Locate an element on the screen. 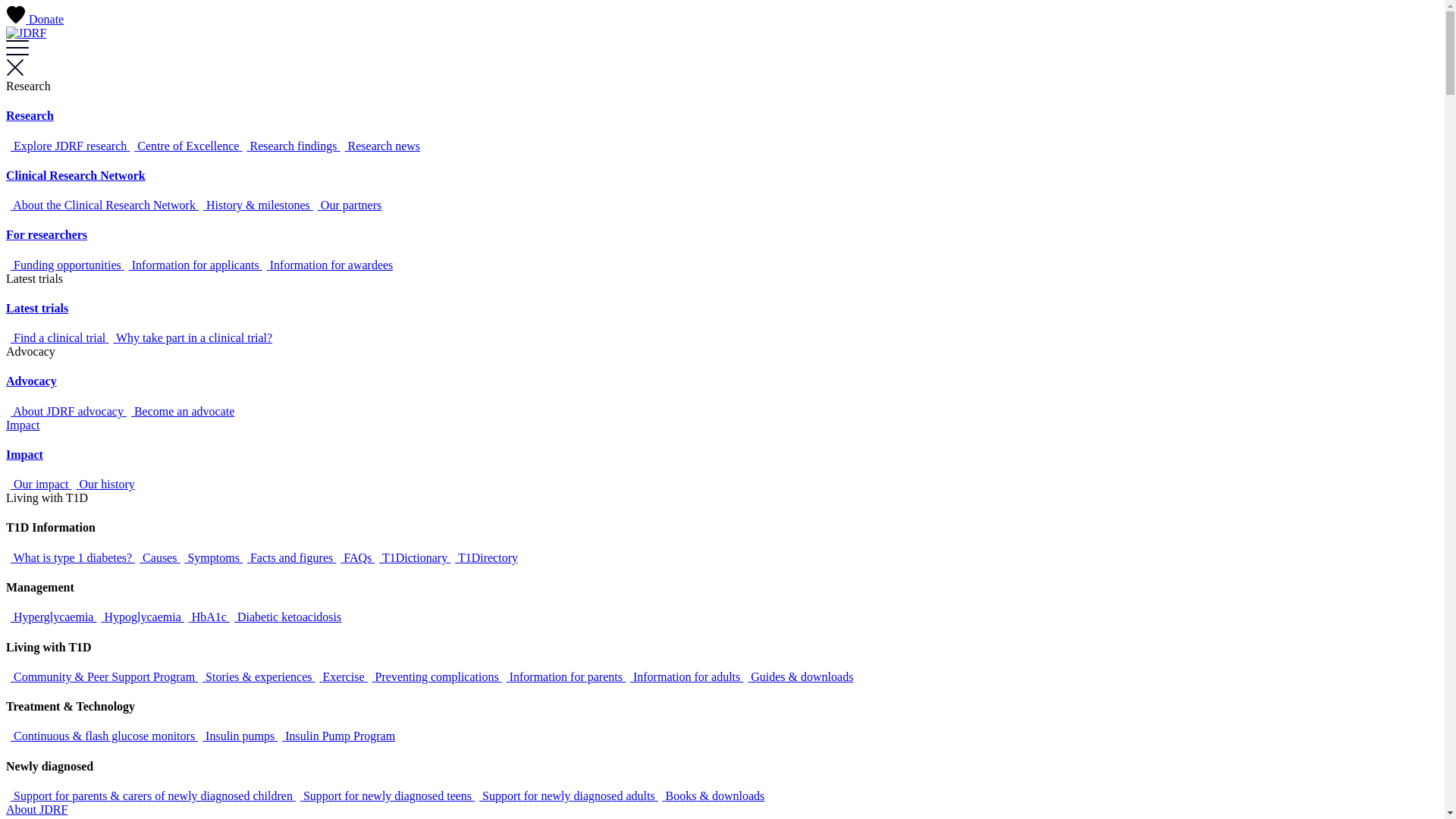 Image resolution: width=1456 pixels, height=819 pixels. 'Information for applicants' is located at coordinates (192, 264).